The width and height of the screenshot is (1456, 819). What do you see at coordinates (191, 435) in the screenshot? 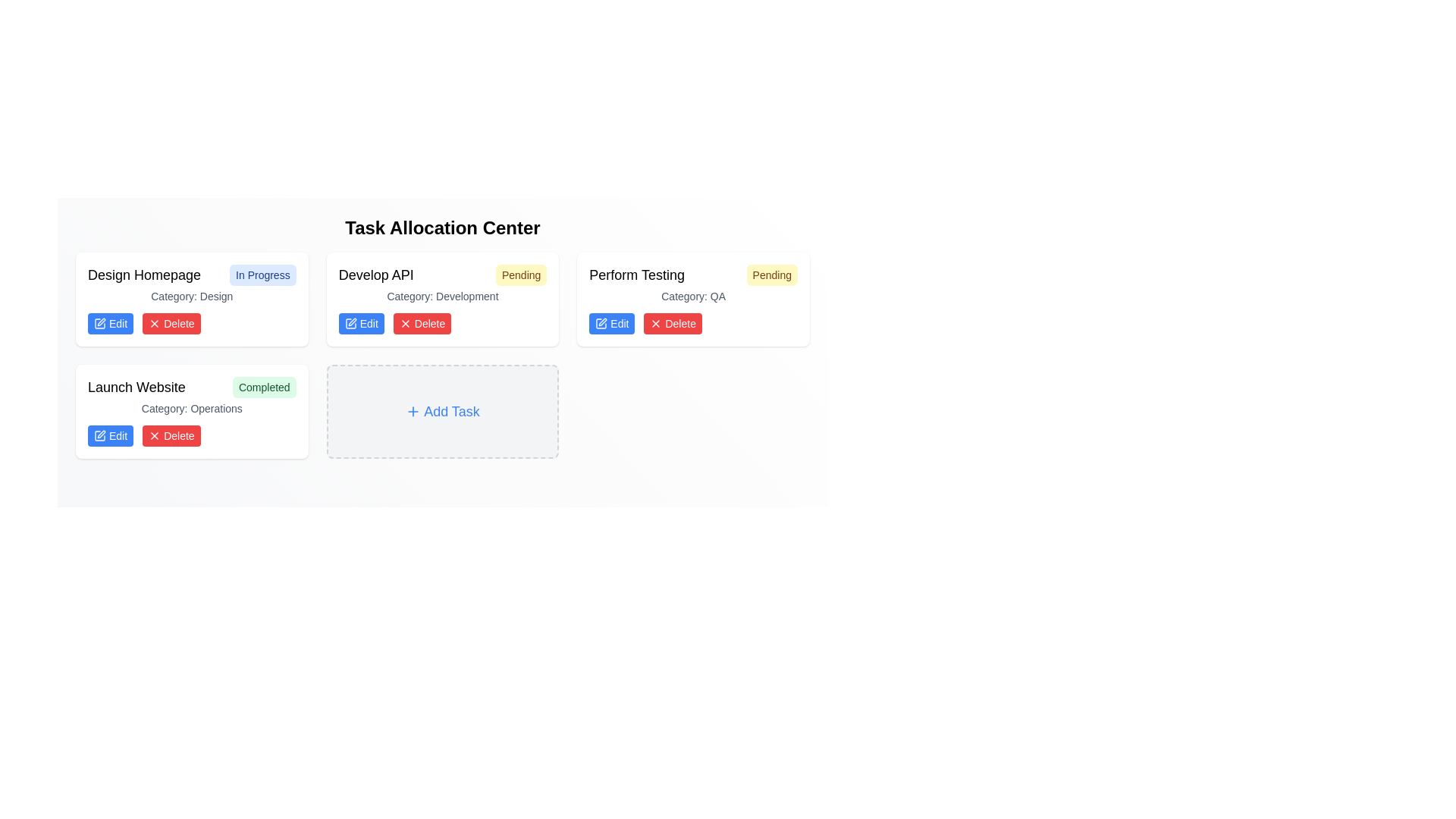
I see `the red 'Delete' button located at the bottom of the 'Launch Website' task card` at bounding box center [191, 435].